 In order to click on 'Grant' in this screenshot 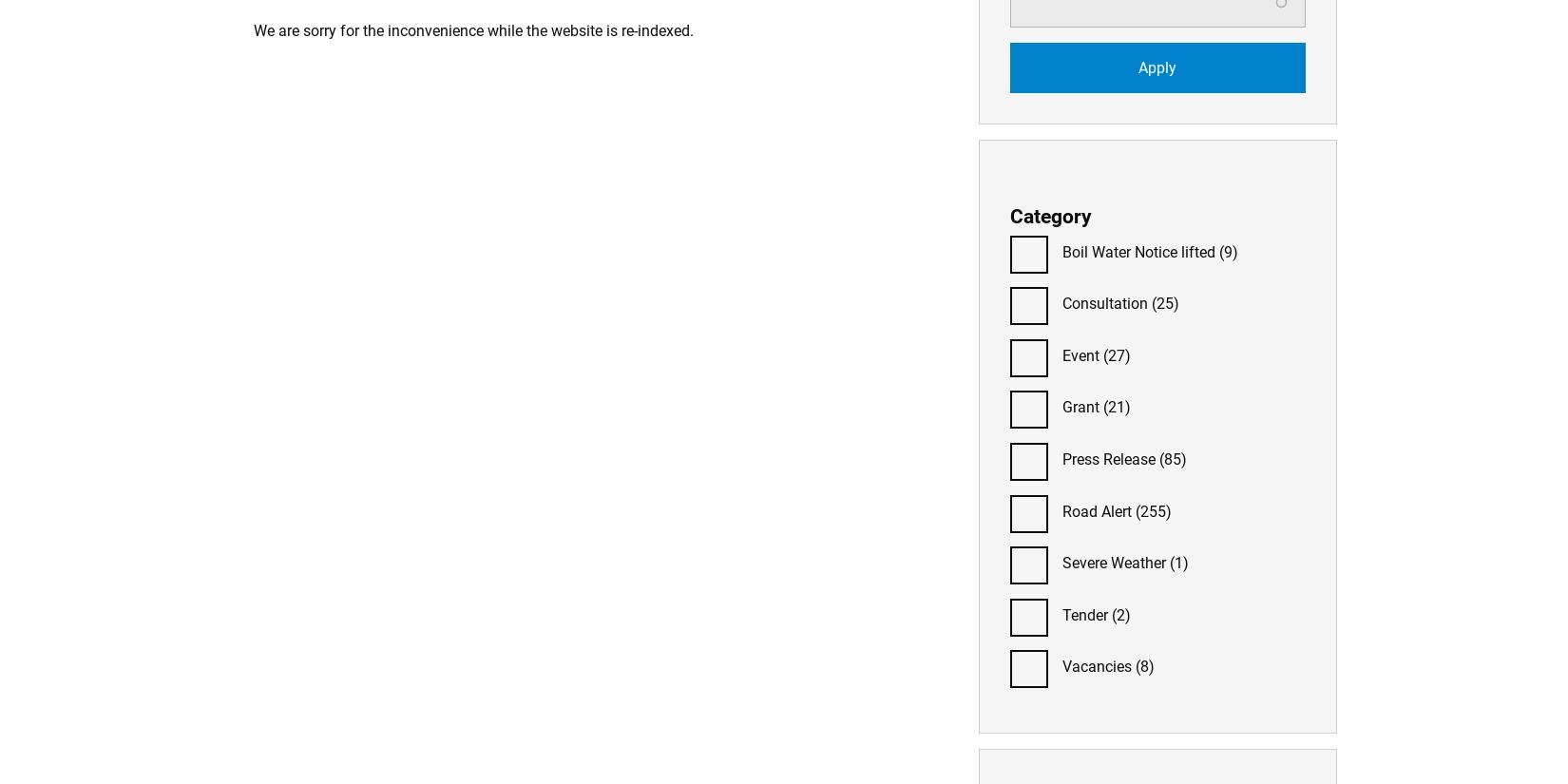, I will do `click(1080, 407)`.